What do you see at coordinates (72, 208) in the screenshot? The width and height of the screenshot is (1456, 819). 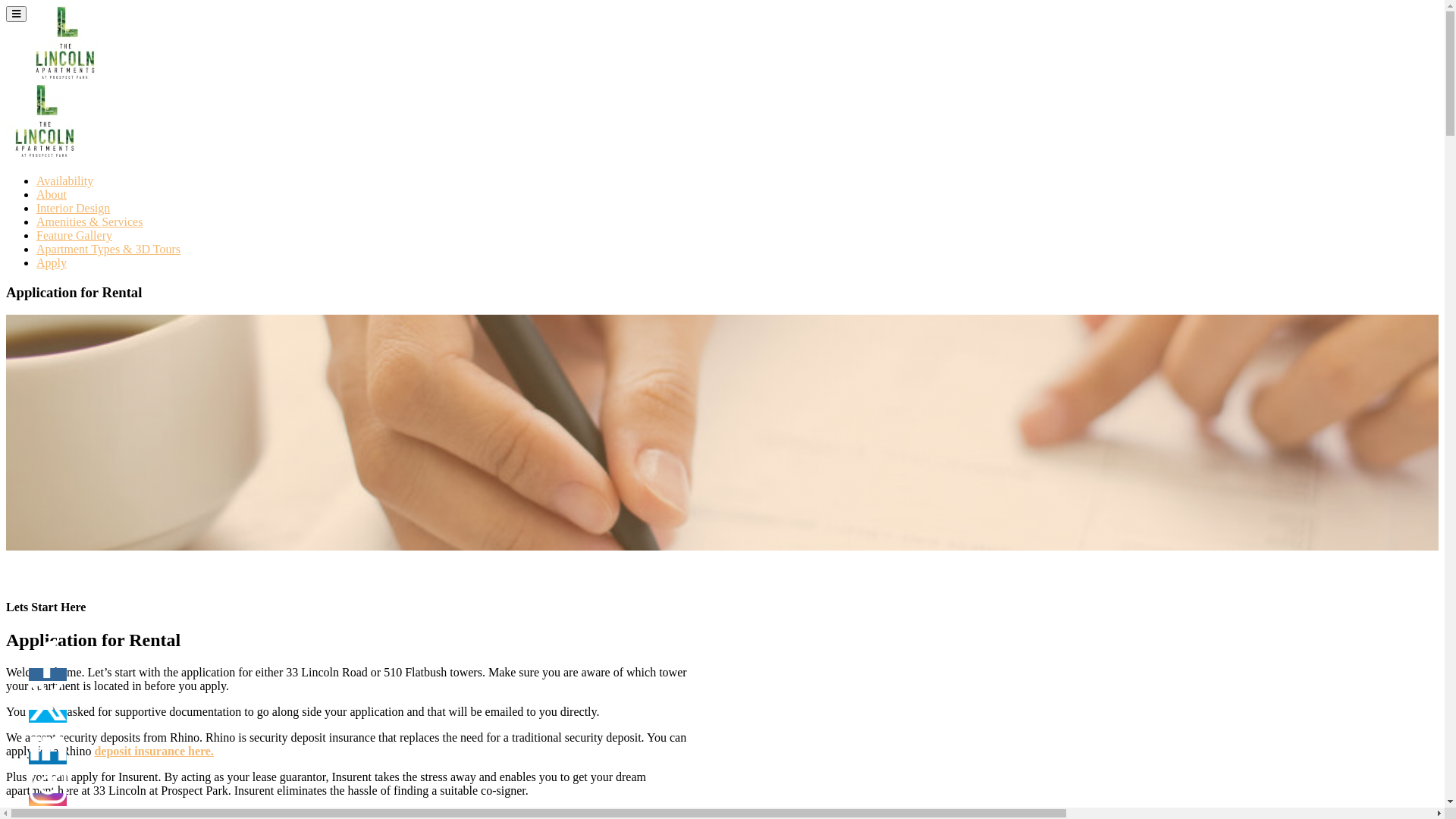 I see `'Interior Design'` at bounding box center [72, 208].